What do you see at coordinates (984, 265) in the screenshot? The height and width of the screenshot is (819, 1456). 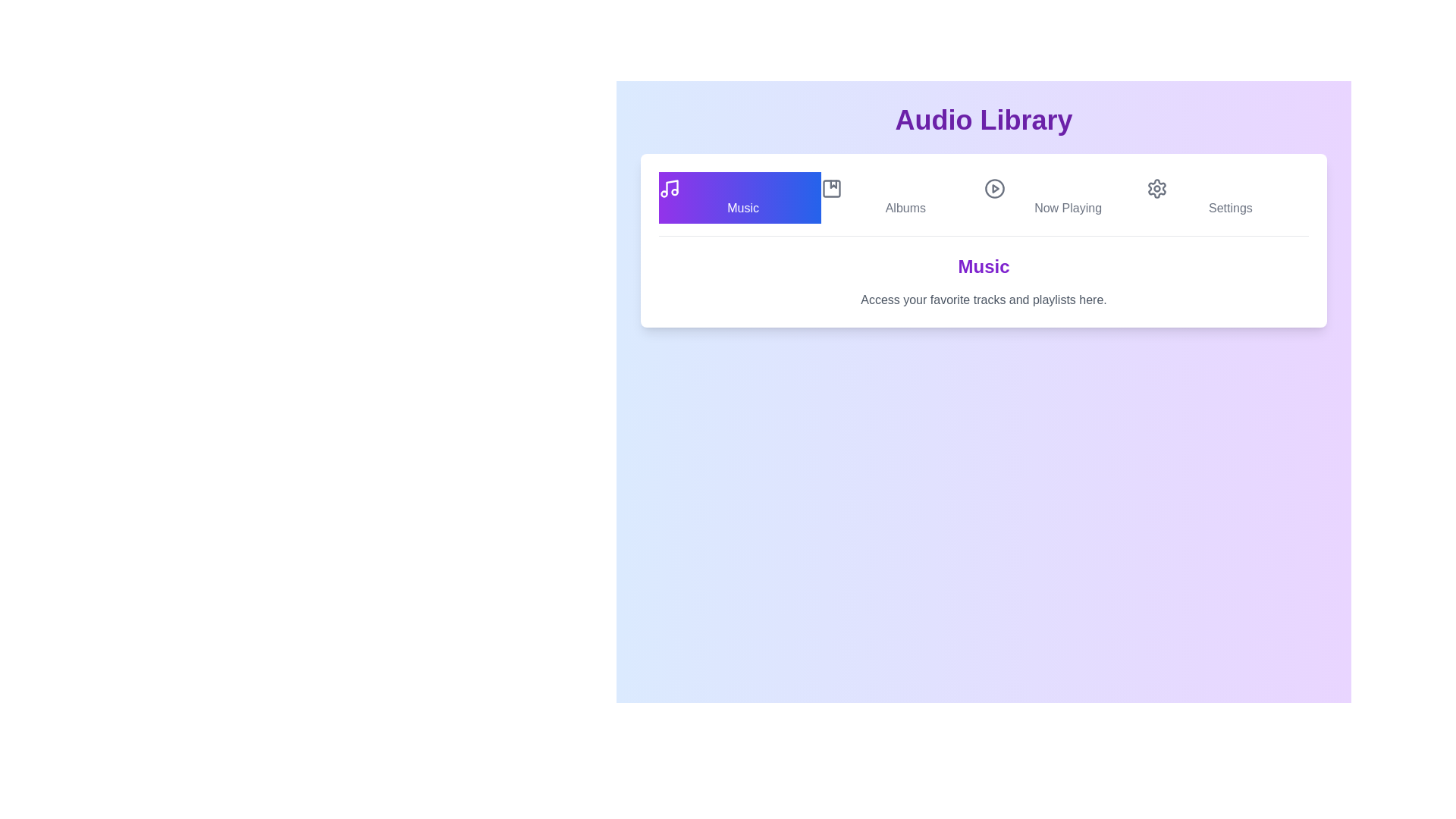 I see `the 'Music' heading text element, which introduces the 'Music' section and is located beneath the navigation menu within a white content card` at bounding box center [984, 265].